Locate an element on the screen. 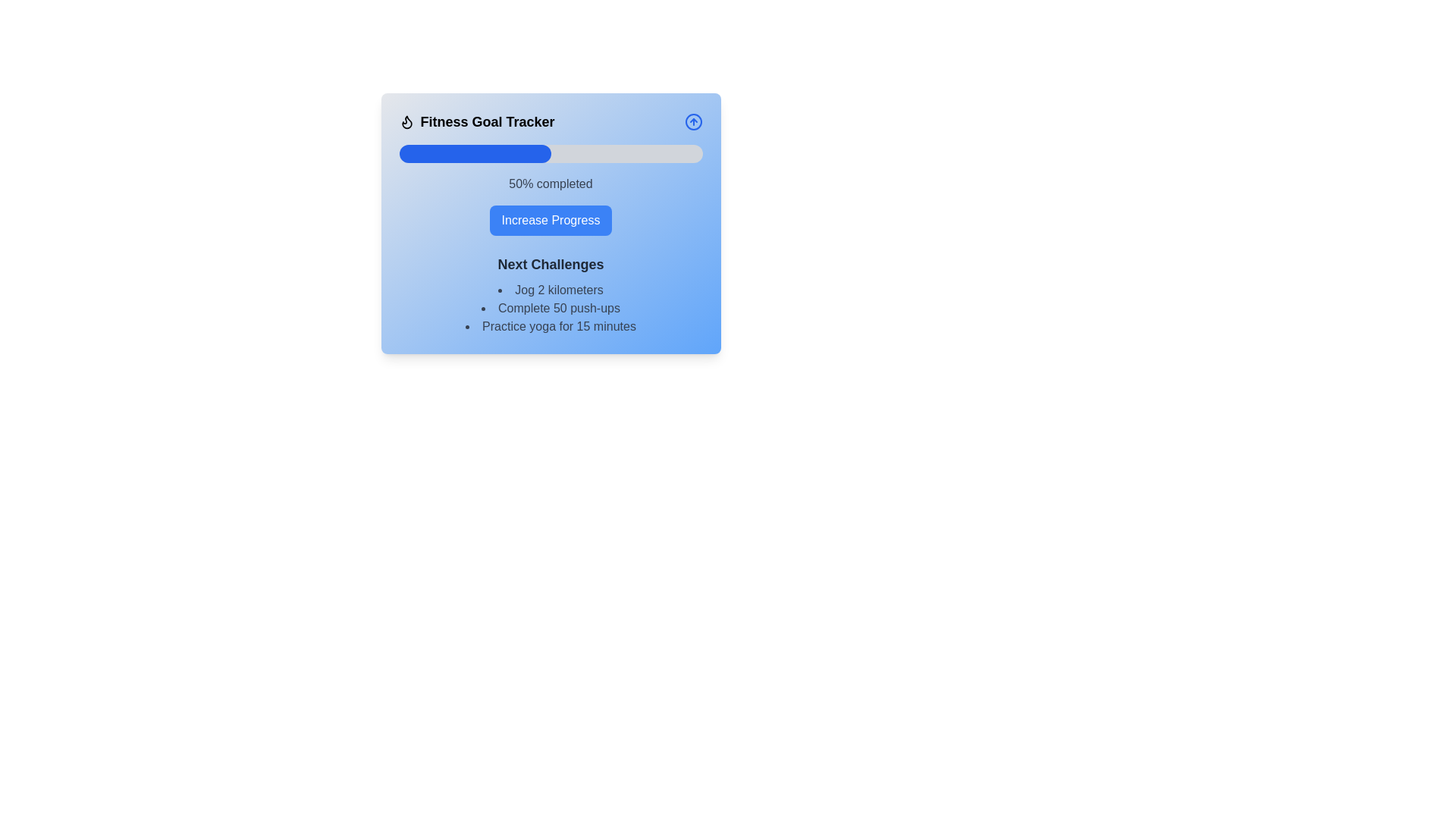  the SVG Circle located at the top-right corner of the 'Fitness Goal Tracker' card, next to the progress bar and challenge list is located at coordinates (692, 121).